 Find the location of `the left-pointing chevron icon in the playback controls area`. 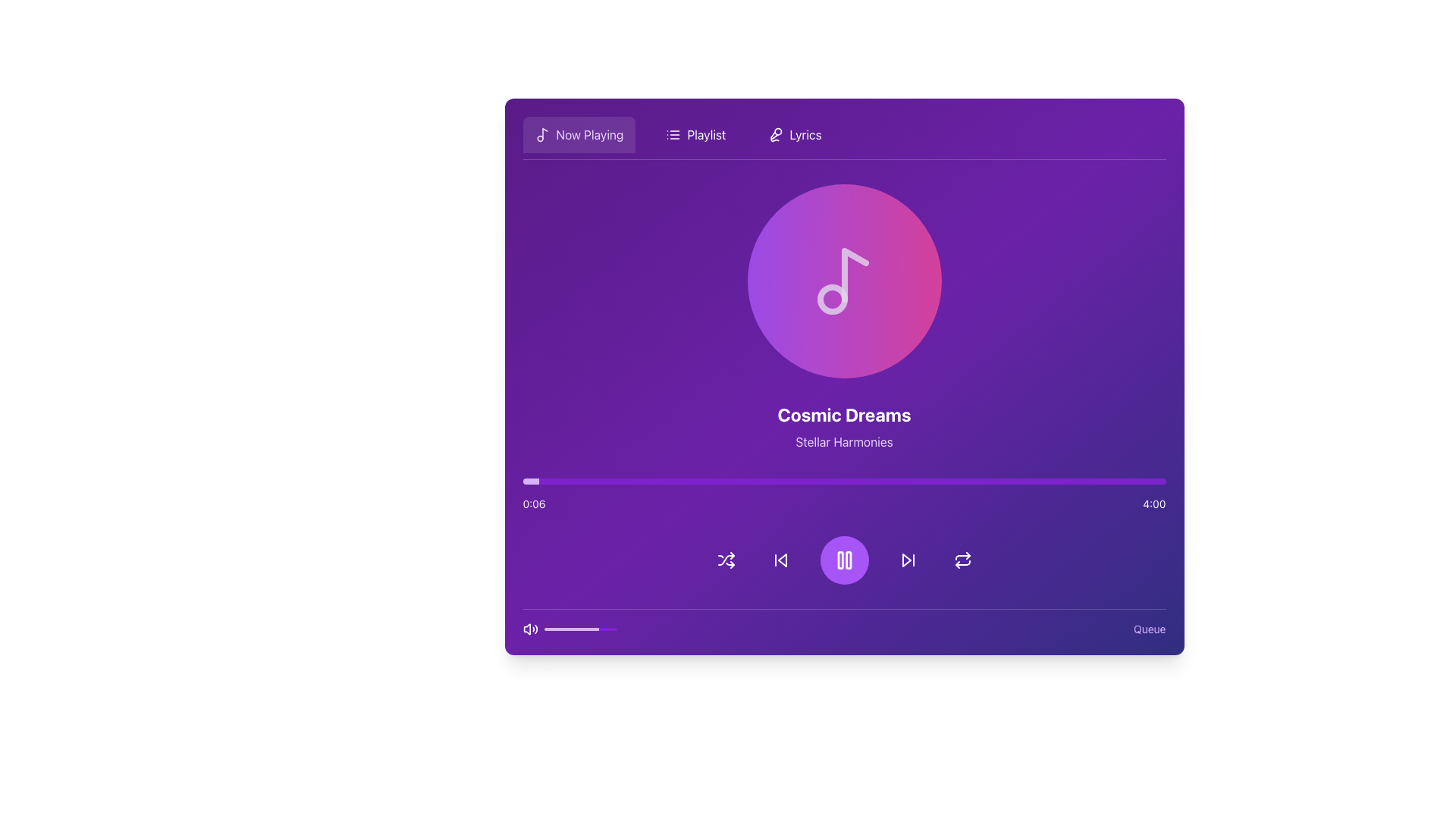

the left-pointing chevron icon in the playback controls area is located at coordinates (782, 560).